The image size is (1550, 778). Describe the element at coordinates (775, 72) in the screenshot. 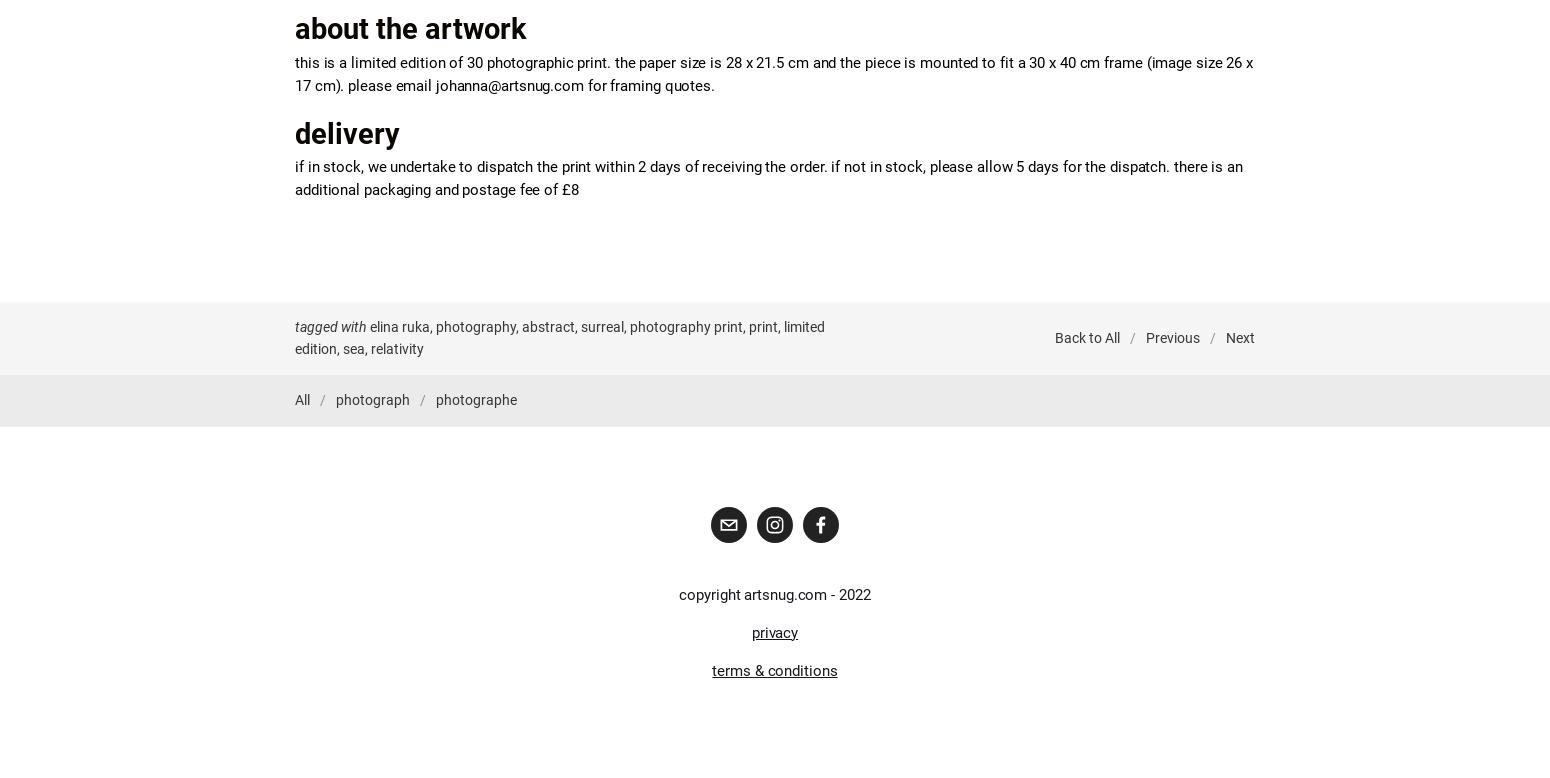

I see `'this is a limited edition of 30 photographic print. the paper size is 28 x 21.5 cm and the piece is mounted to fit a 30 x 40 cm frame (image size 26 x 17 cm). please email johanna@artsnug.com for framing quotes.'` at that location.